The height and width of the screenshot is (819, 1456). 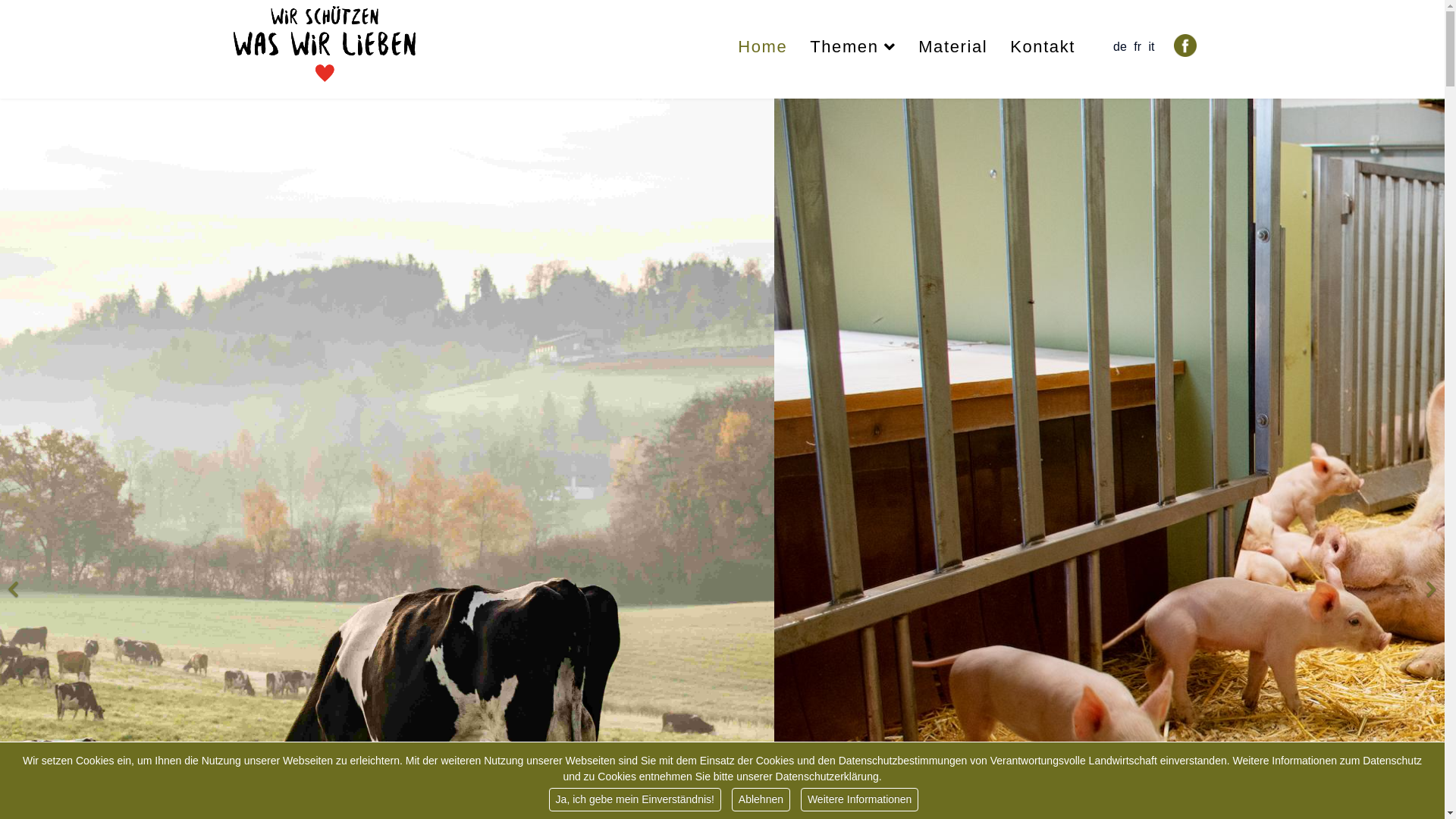 I want to click on 'Material', so click(x=952, y=45).